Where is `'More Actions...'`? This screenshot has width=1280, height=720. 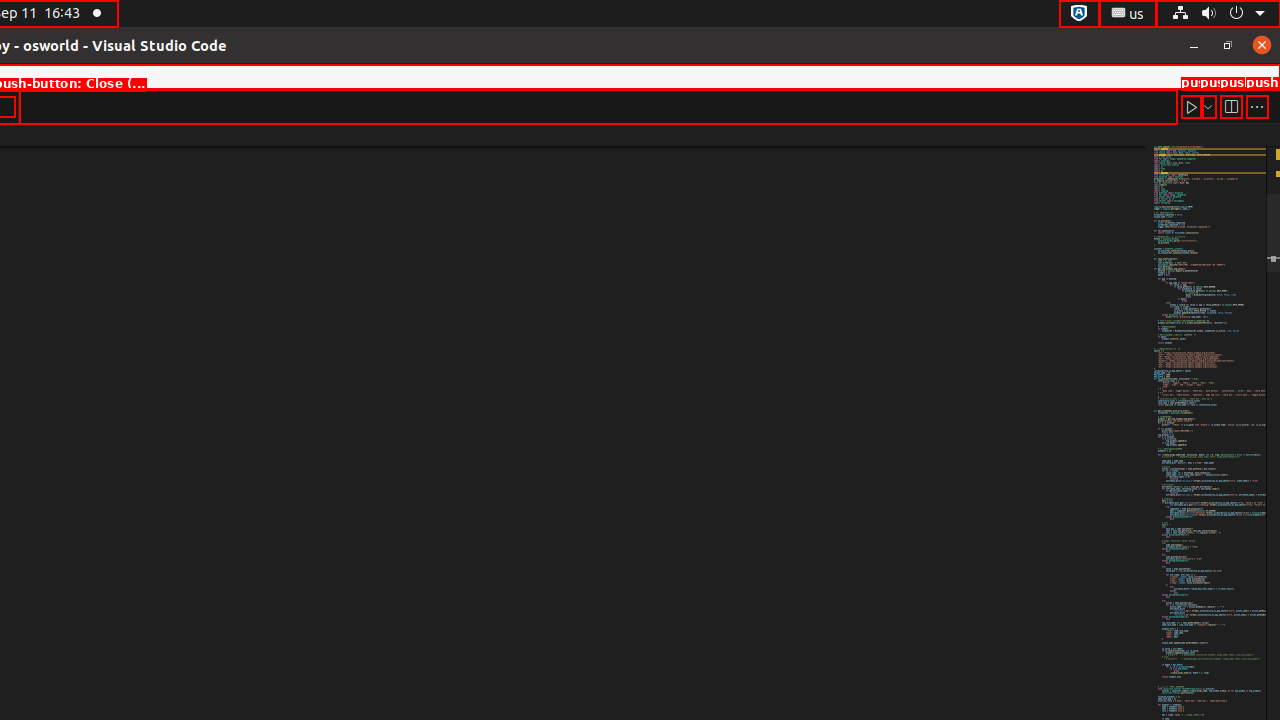 'More Actions...' is located at coordinates (1255, 106).